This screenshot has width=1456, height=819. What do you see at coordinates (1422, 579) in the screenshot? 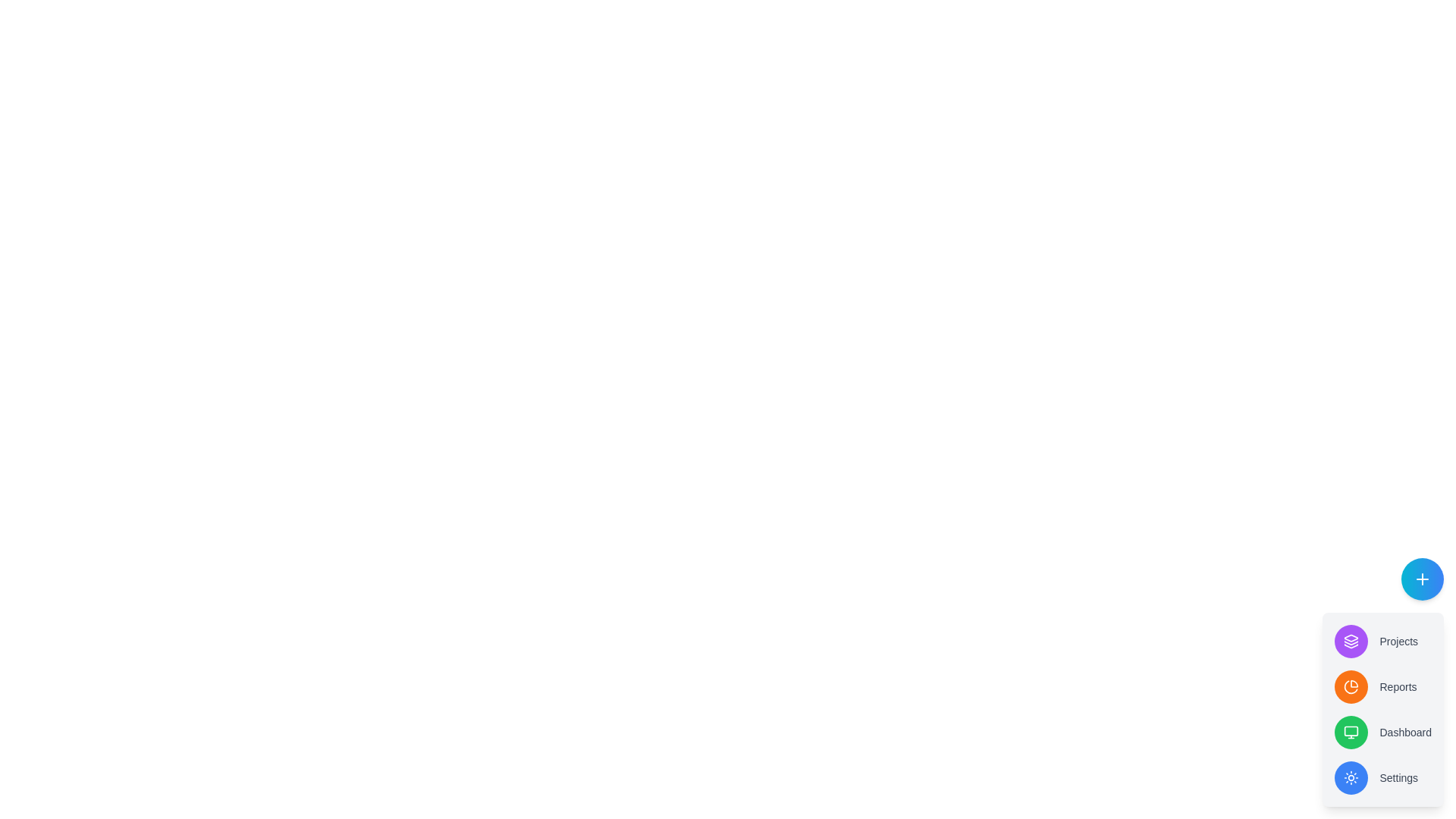
I see `the topmost button in the vertically aligned menu bar located at the bottom right corner` at bounding box center [1422, 579].